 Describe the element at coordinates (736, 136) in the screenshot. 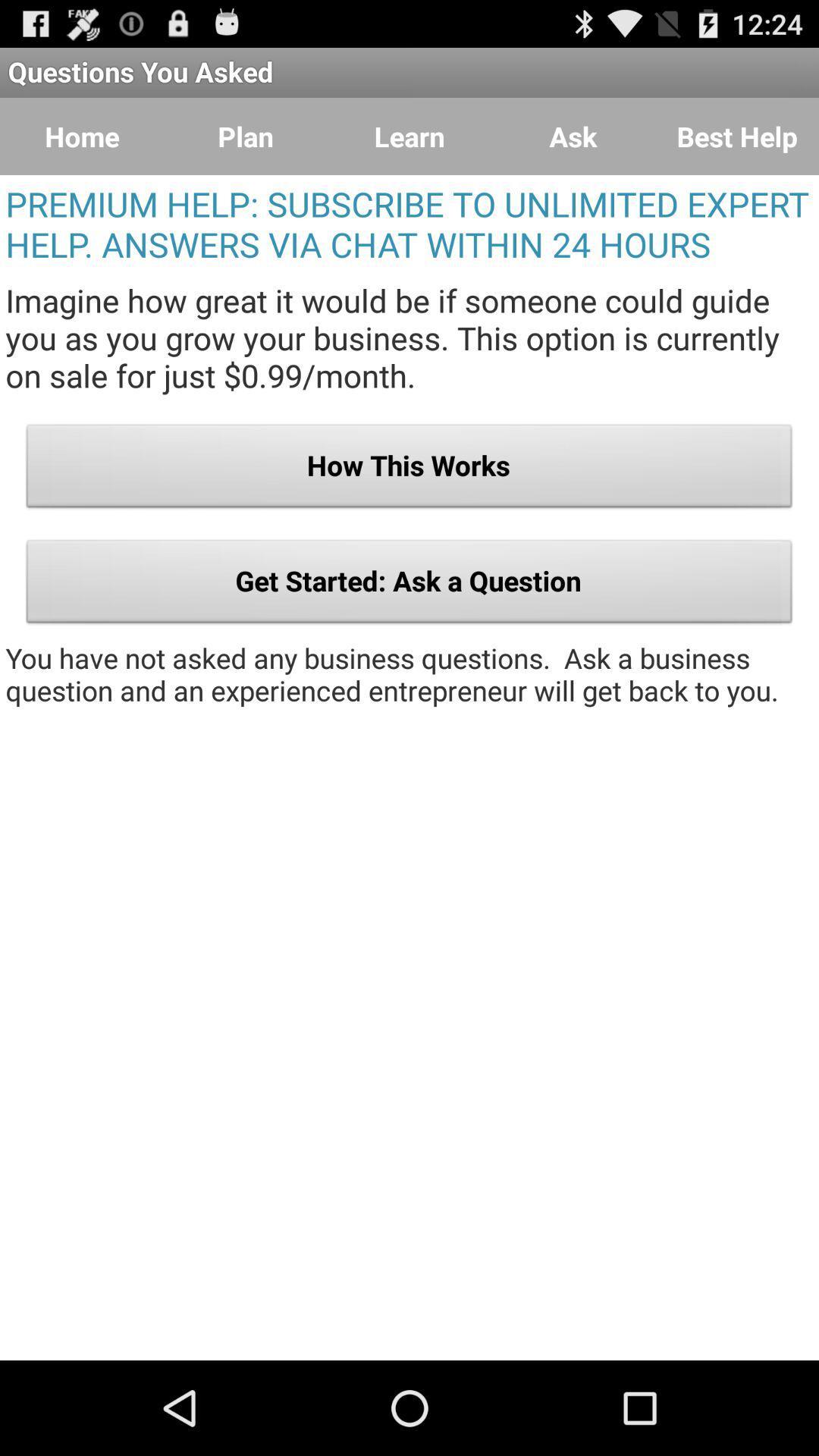

I see `icon below the questions you asked` at that location.